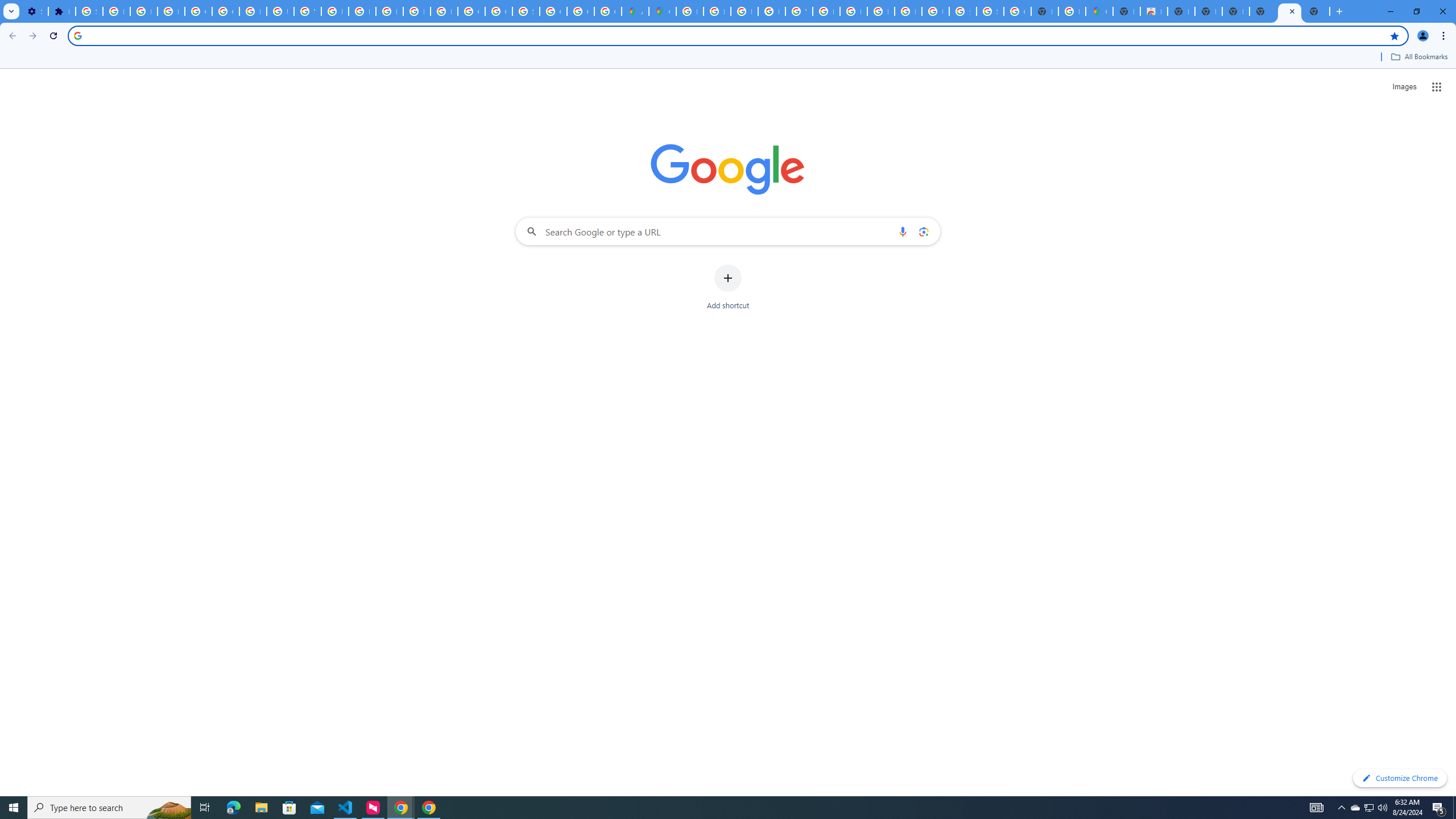  I want to click on 'New Tab', so click(1262, 11).